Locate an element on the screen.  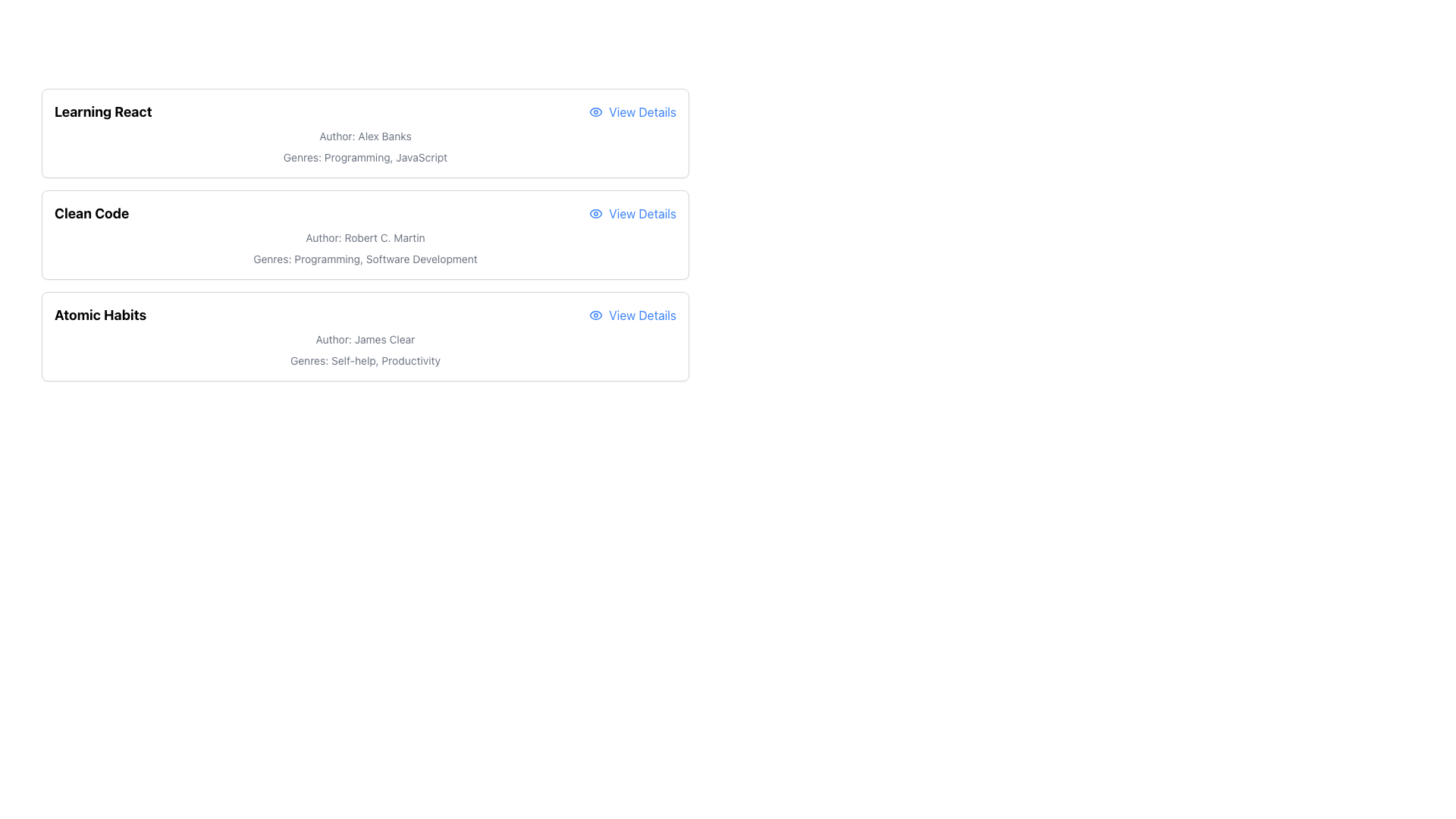
the eye icon adjacent to the 'View Details' text in the first card for the book 'Learning React' is located at coordinates (595, 111).